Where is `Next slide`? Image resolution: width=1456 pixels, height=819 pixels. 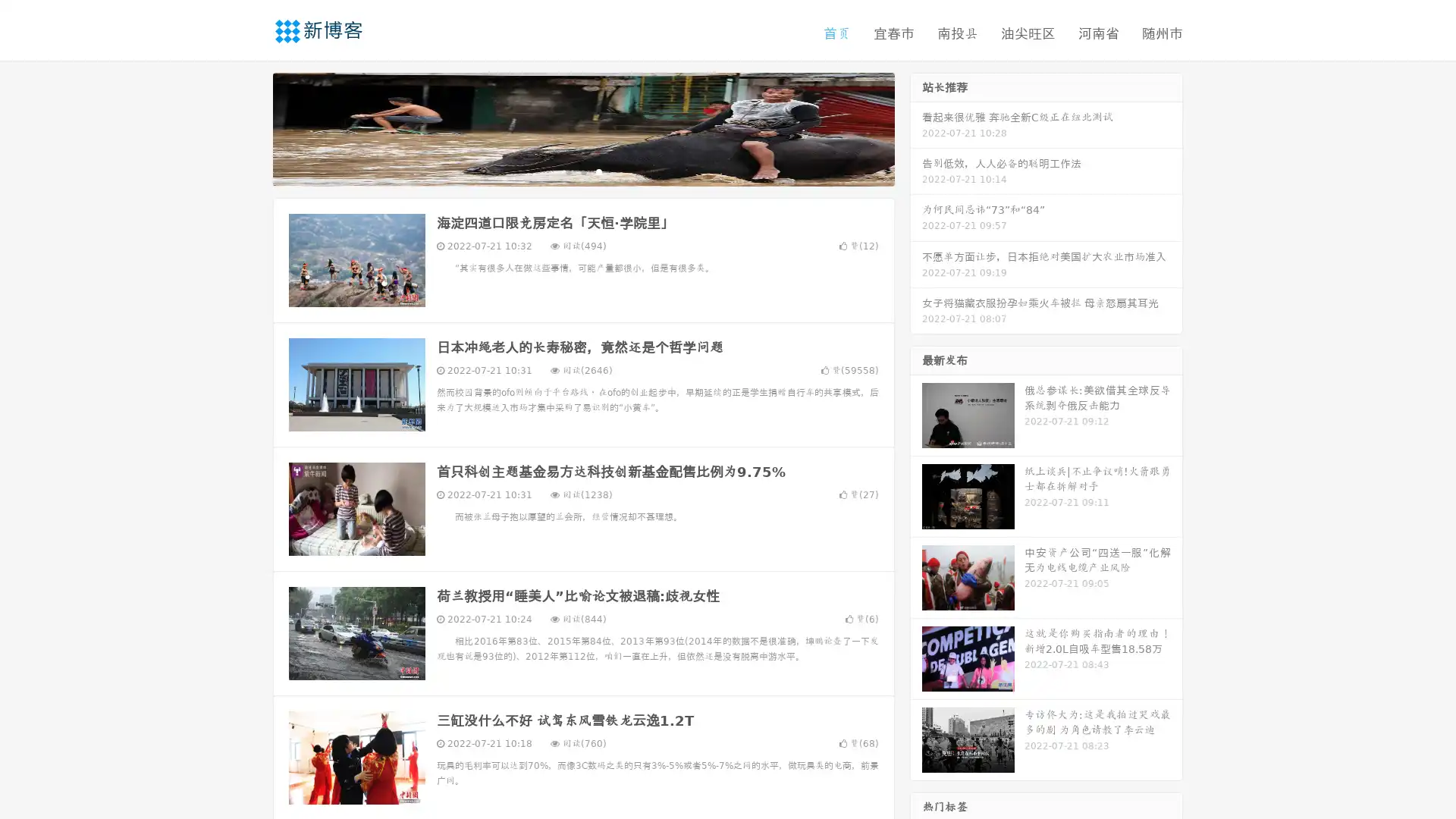
Next slide is located at coordinates (916, 127).